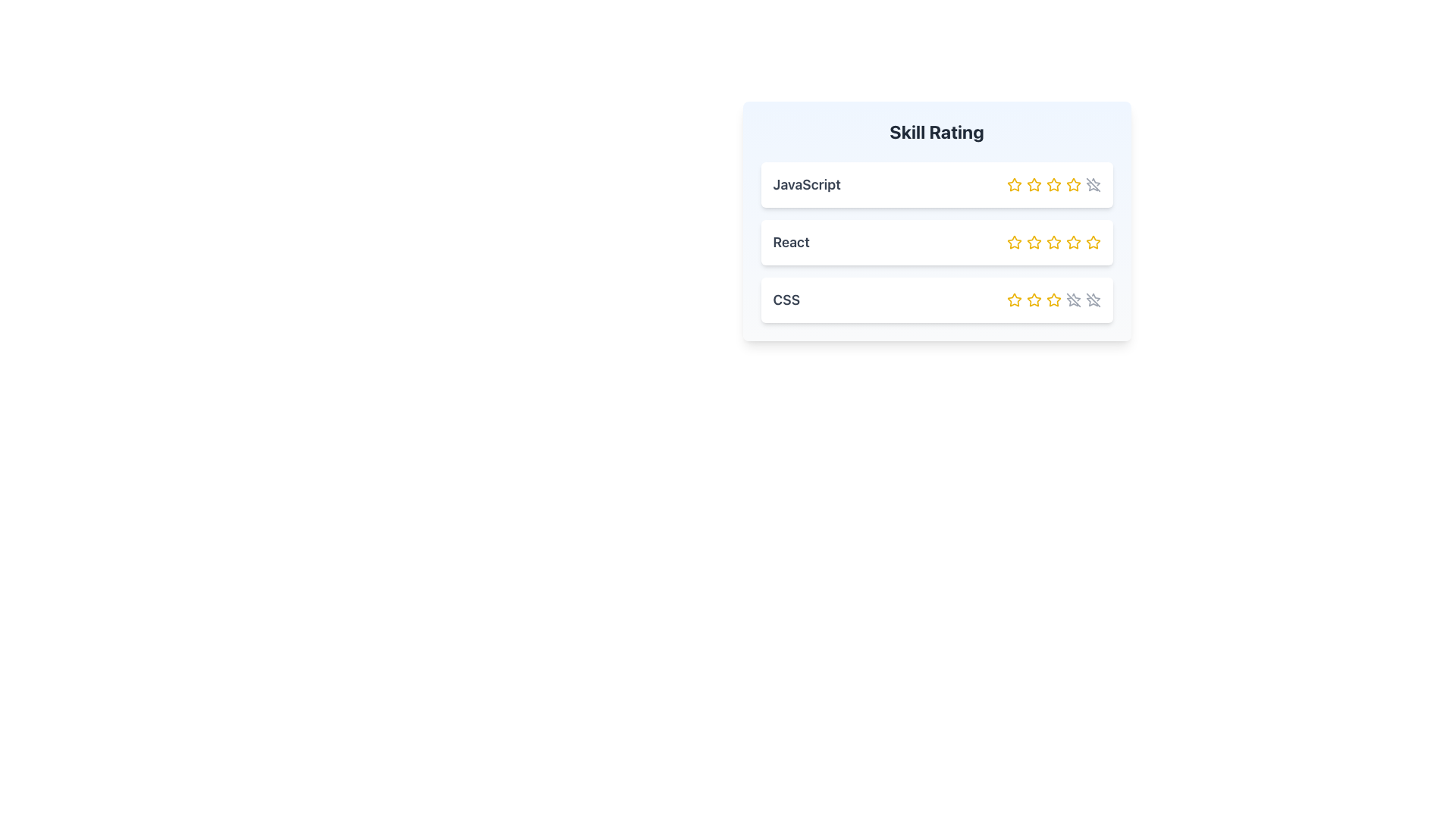  I want to click on the yellow star icon in the 'Skill Rating' section to rate CSS as 2, so click(1033, 300).